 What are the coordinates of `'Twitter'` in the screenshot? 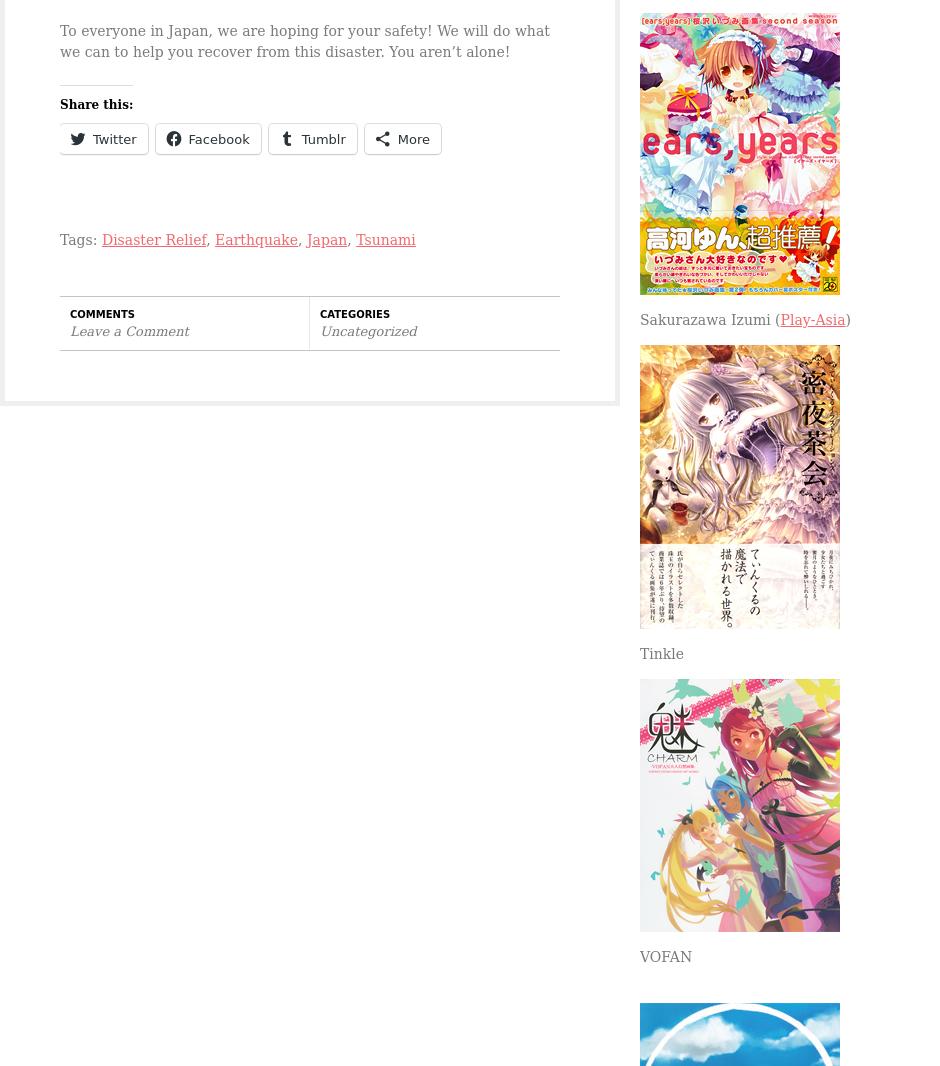 It's located at (114, 138).